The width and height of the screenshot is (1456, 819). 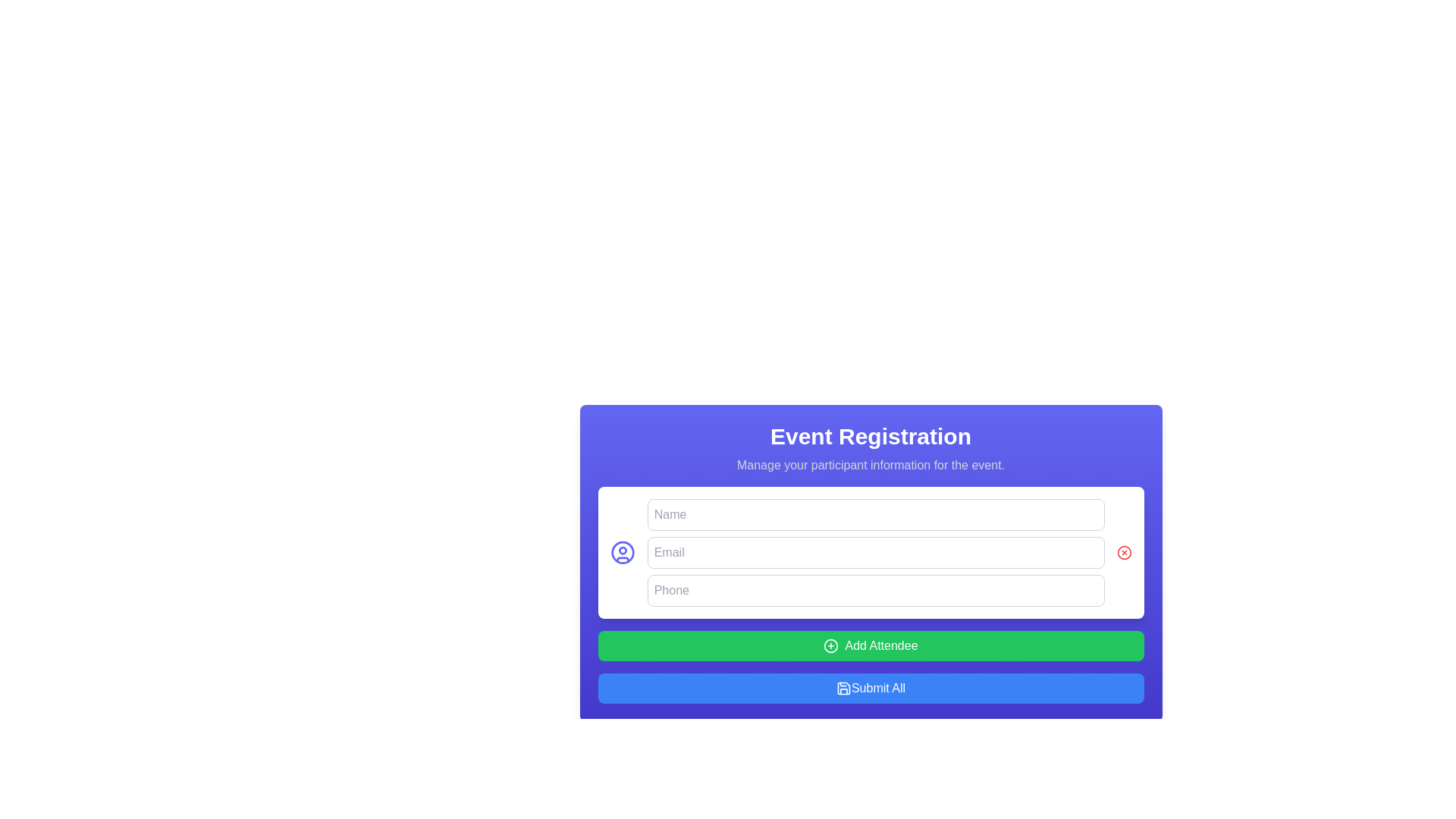 I want to click on the heading element displaying the title 'Event Registration', which is a large, bold text in white color against a blue background, so click(x=871, y=436).